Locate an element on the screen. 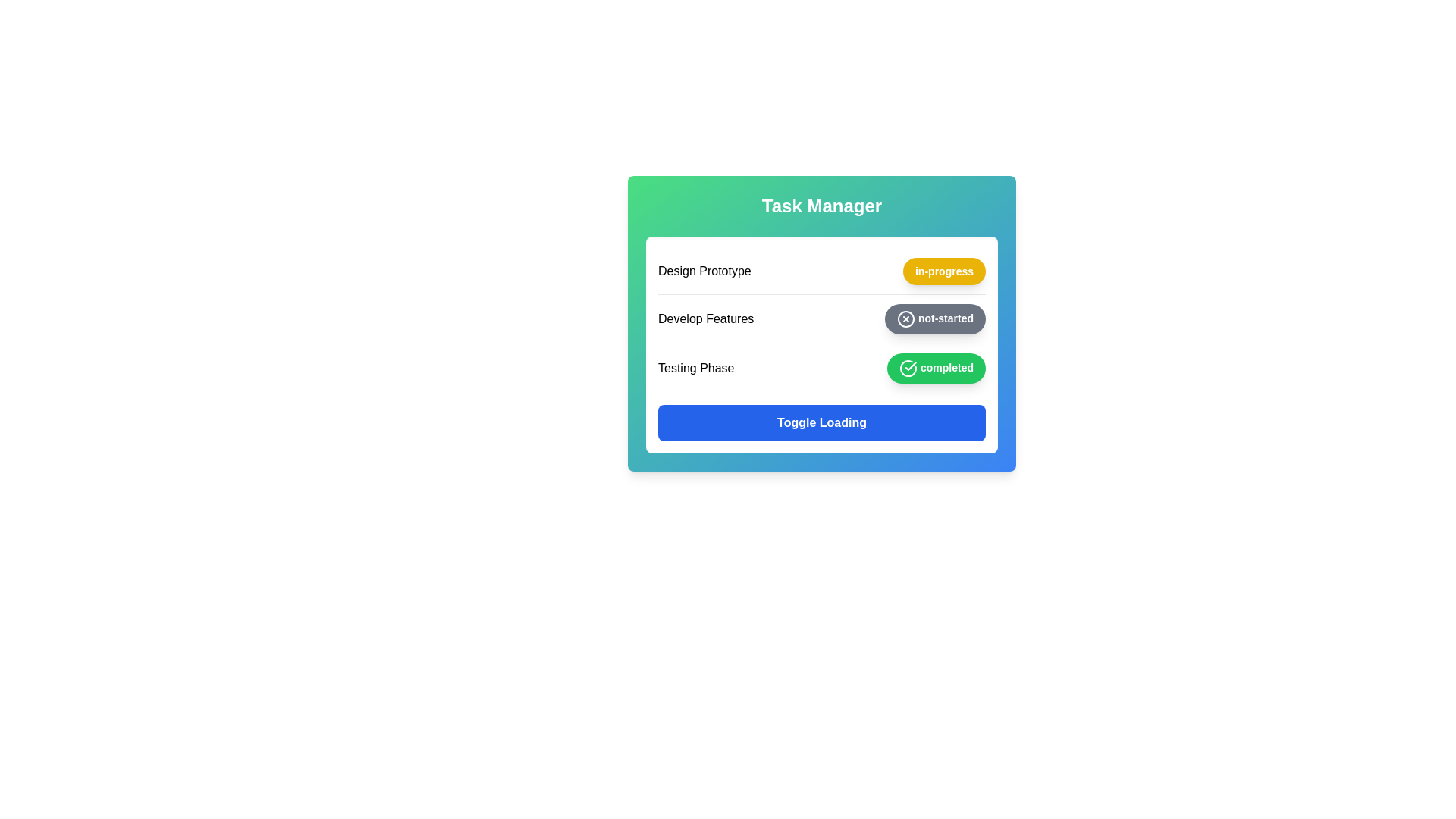  the rounded rectangular button with a yellow background and white text that reads 'in-progress' to trigger hover effects is located at coordinates (943, 271).